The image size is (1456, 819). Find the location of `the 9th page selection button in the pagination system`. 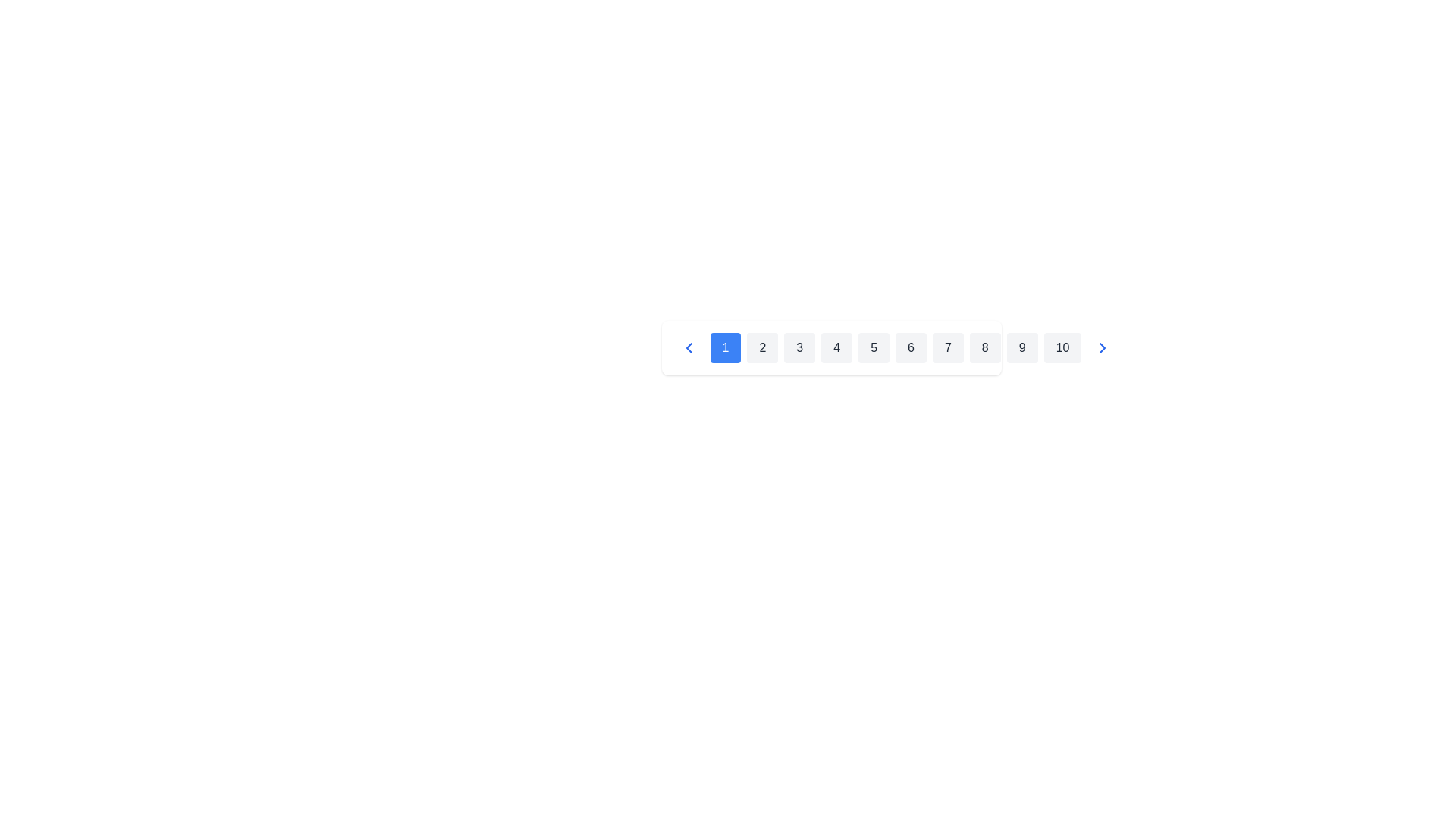

the 9th page selection button in the pagination system is located at coordinates (1022, 348).